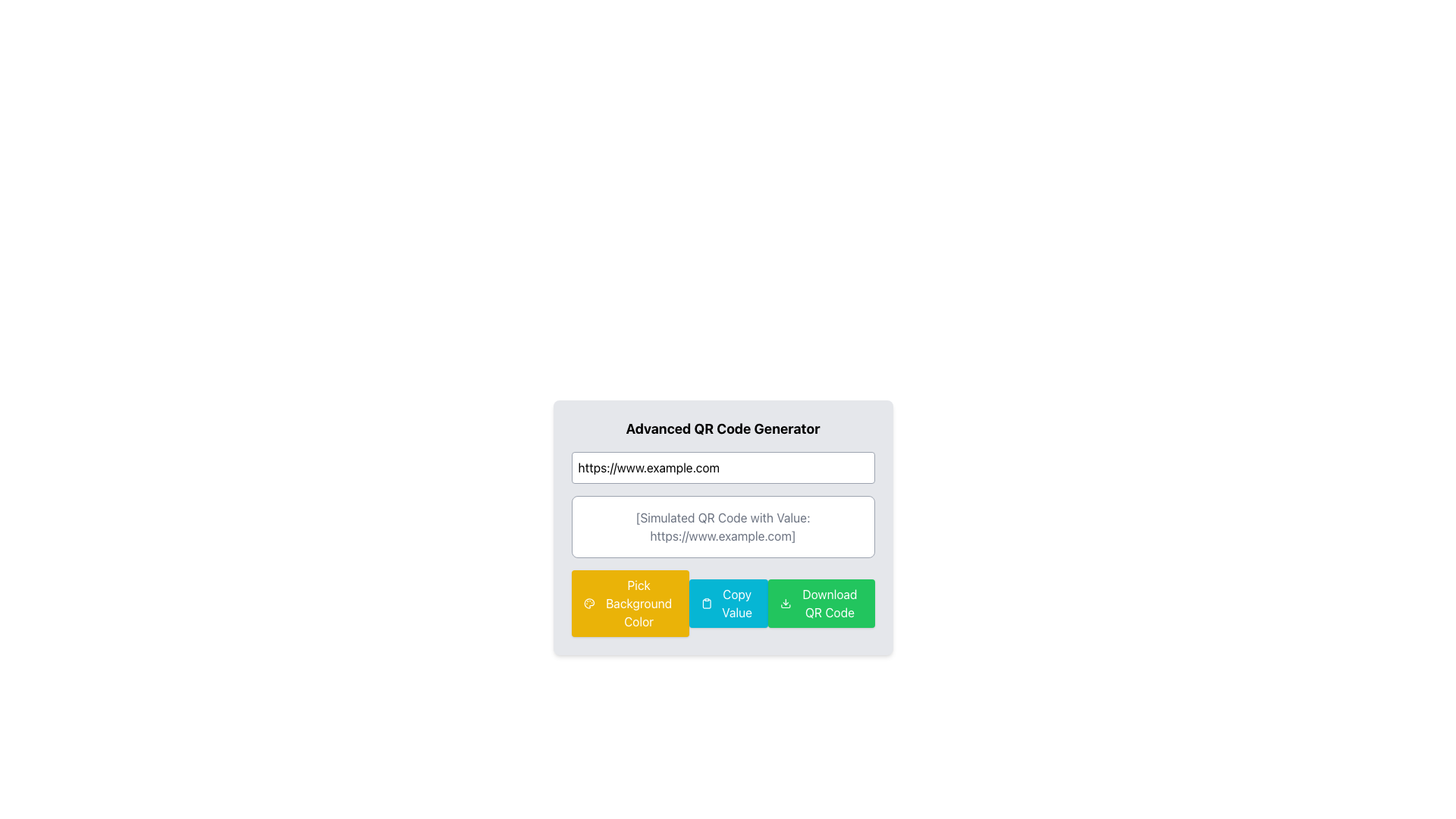 The image size is (1456, 819). I want to click on the center button in the horizontal button group at the bottom of the card to copy the value to the clipboard, so click(728, 602).